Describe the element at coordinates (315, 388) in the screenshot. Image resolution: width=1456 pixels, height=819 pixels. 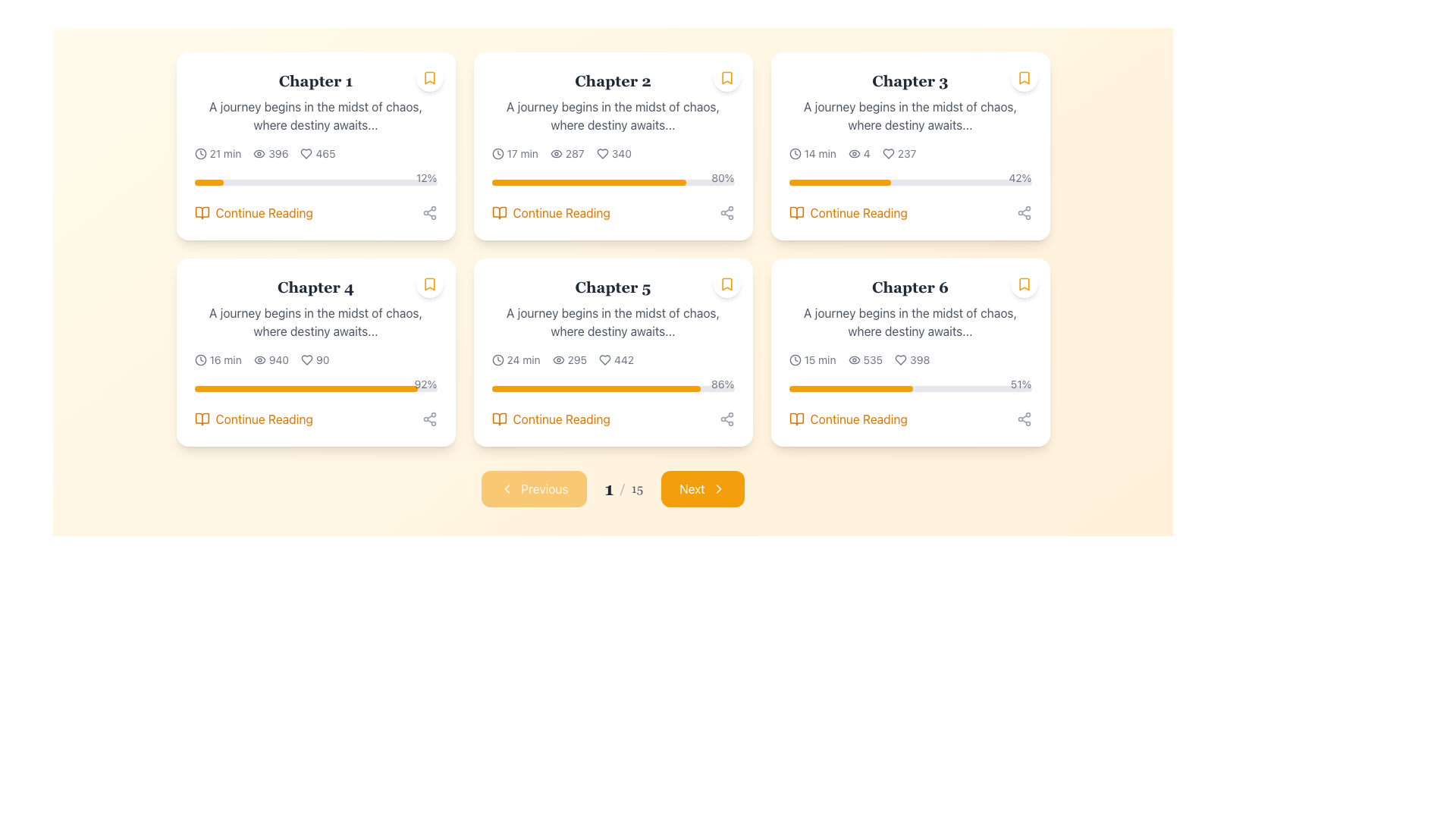
I see `the progress bar indicating 92% completion status of 'Chapter 4', located below the details of the chapter in the center-left card` at that location.